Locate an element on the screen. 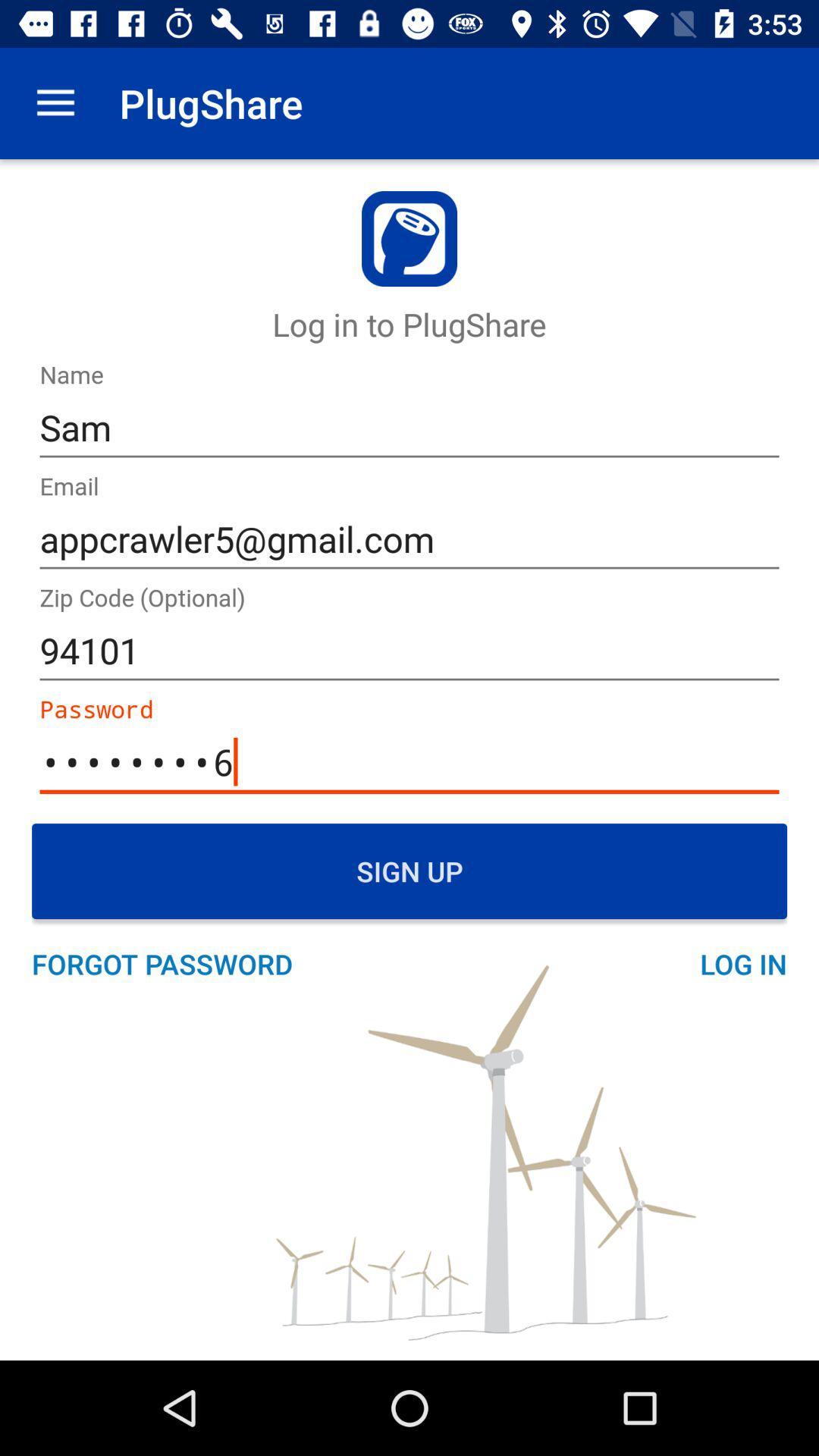 This screenshot has height=1456, width=819. icon above forgot password is located at coordinates (409, 871).